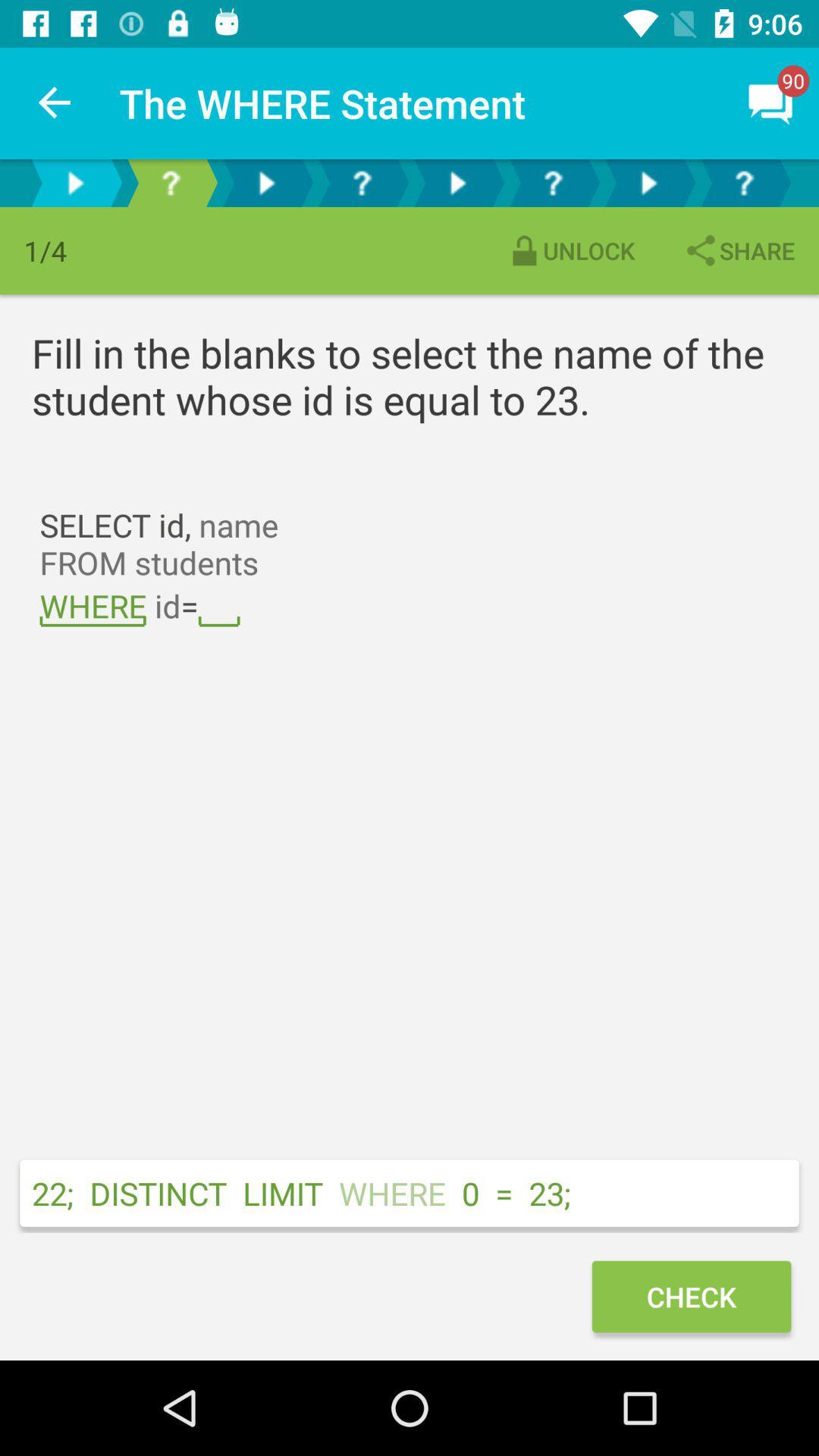  I want to click on the next page, so click(170, 182).